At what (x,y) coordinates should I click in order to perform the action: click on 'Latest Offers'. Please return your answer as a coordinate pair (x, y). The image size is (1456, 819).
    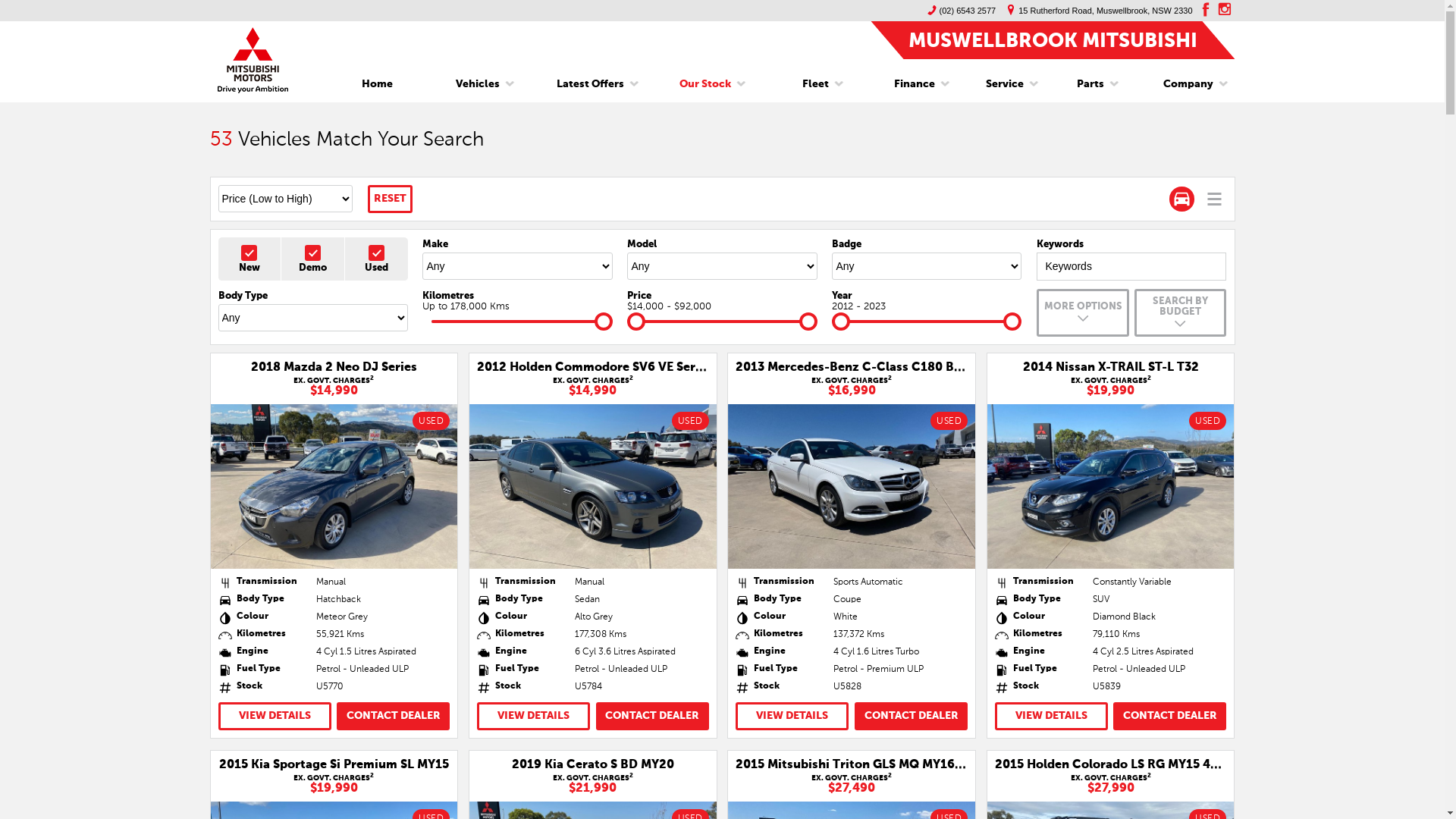
    Looking at the image, I should click on (545, 84).